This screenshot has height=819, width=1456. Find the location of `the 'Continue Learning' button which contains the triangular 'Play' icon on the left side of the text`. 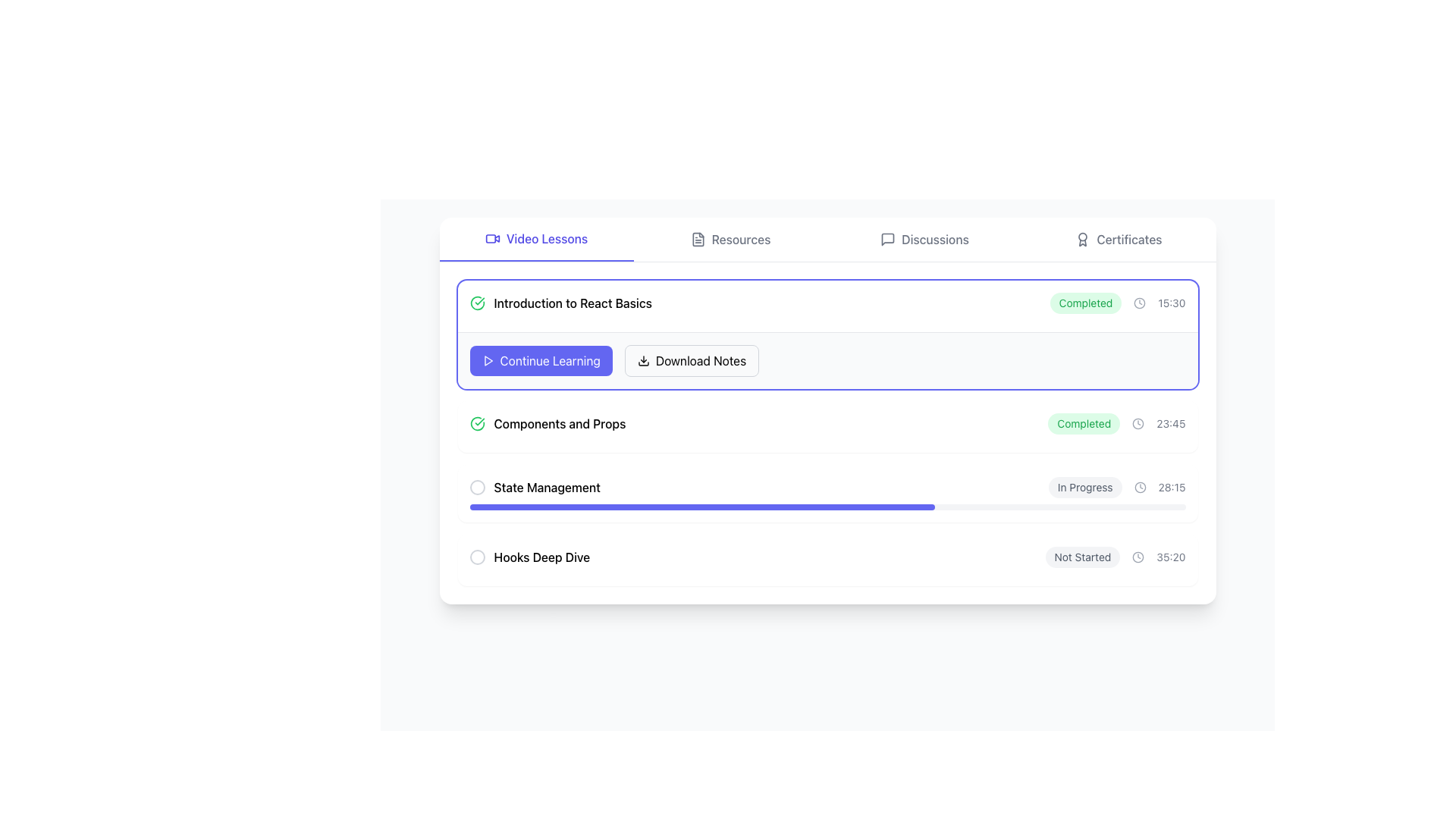

the 'Continue Learning' button which contains the triangular 'Play' icon on the left side of the text is located at coordinates (488, 360).